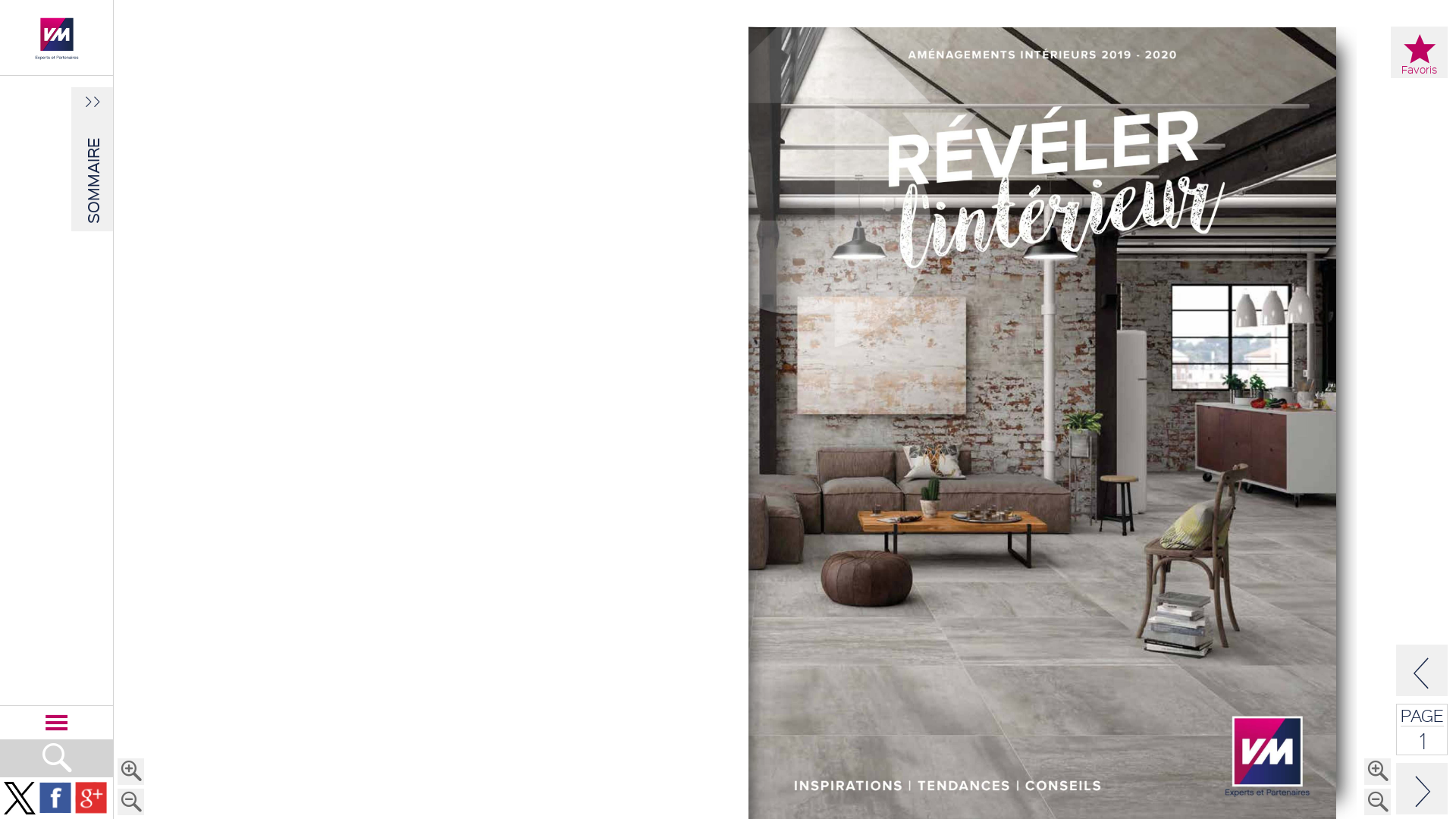 Image resolution: width=1456 pixels, height=819 pixels. What do you see at coordinates (90, 797) in the screenshot?
I see `'Partager sur Google +'` at bounding box center [90, 797].